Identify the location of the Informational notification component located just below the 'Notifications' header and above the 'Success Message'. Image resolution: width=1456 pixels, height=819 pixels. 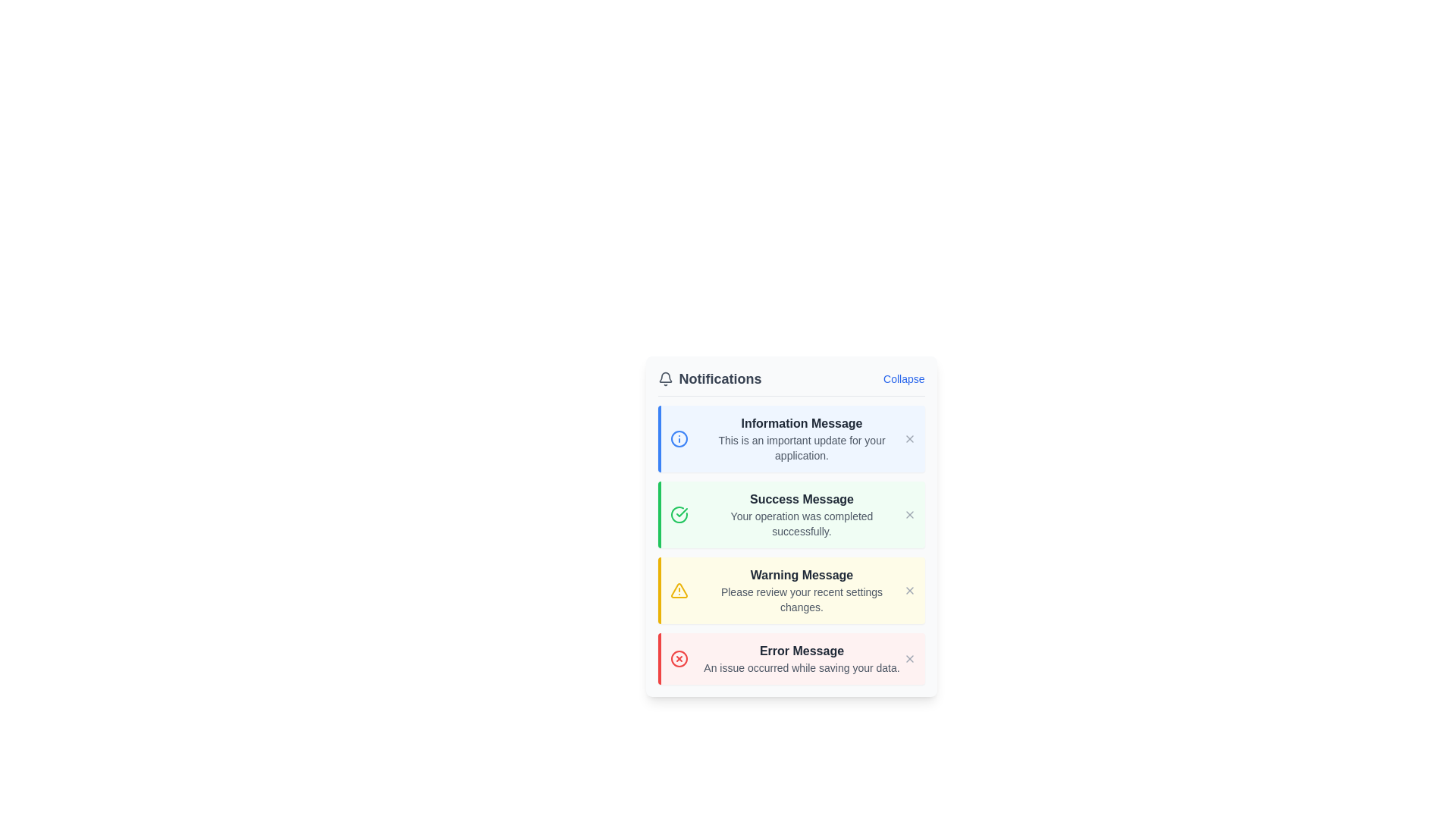
(790, 438).